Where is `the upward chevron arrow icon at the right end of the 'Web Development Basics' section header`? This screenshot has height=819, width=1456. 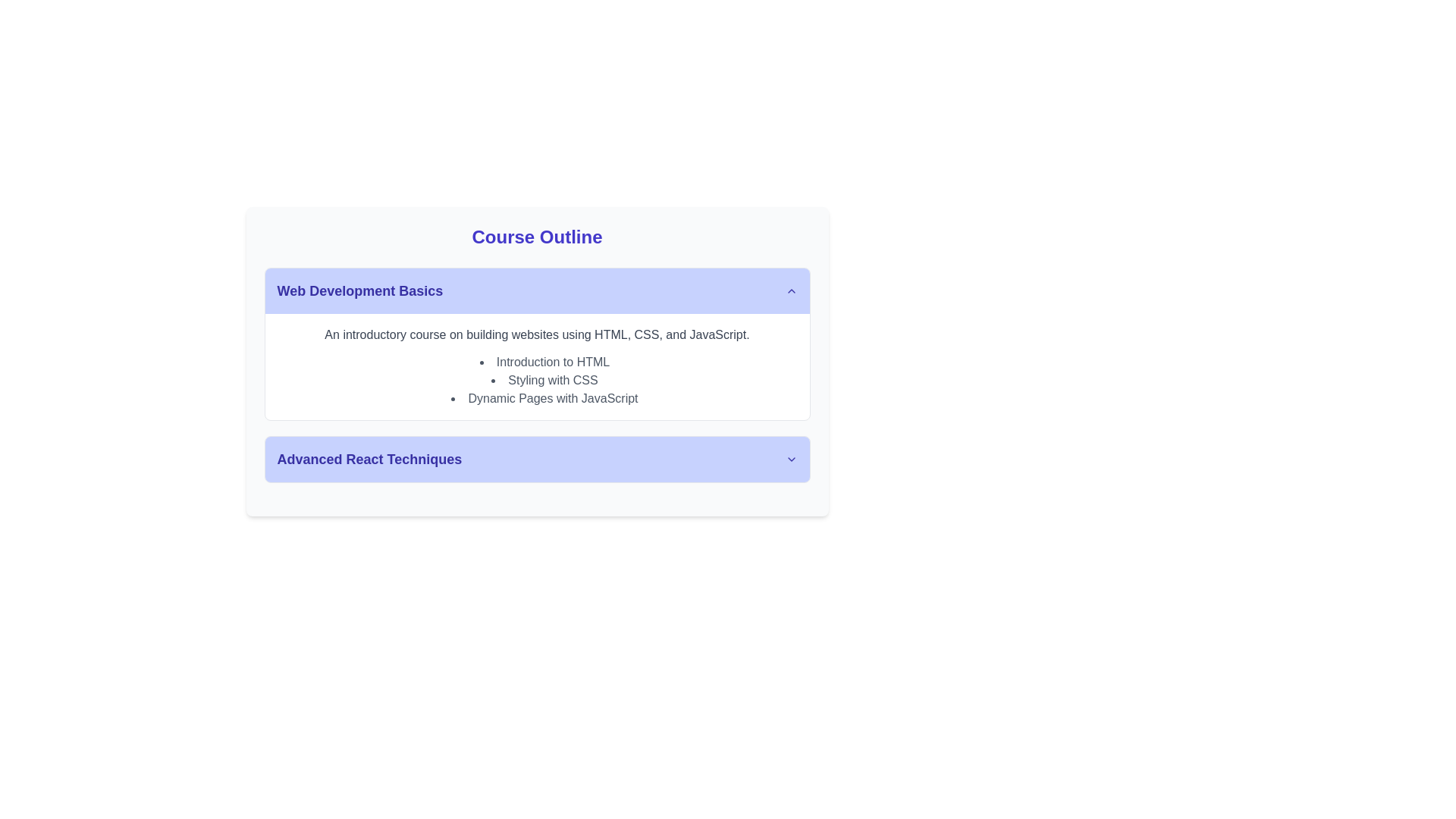
the upward chevron arrow icon at the right end of the 'Web Development Basics' section header is located at coordinates (790, 291).